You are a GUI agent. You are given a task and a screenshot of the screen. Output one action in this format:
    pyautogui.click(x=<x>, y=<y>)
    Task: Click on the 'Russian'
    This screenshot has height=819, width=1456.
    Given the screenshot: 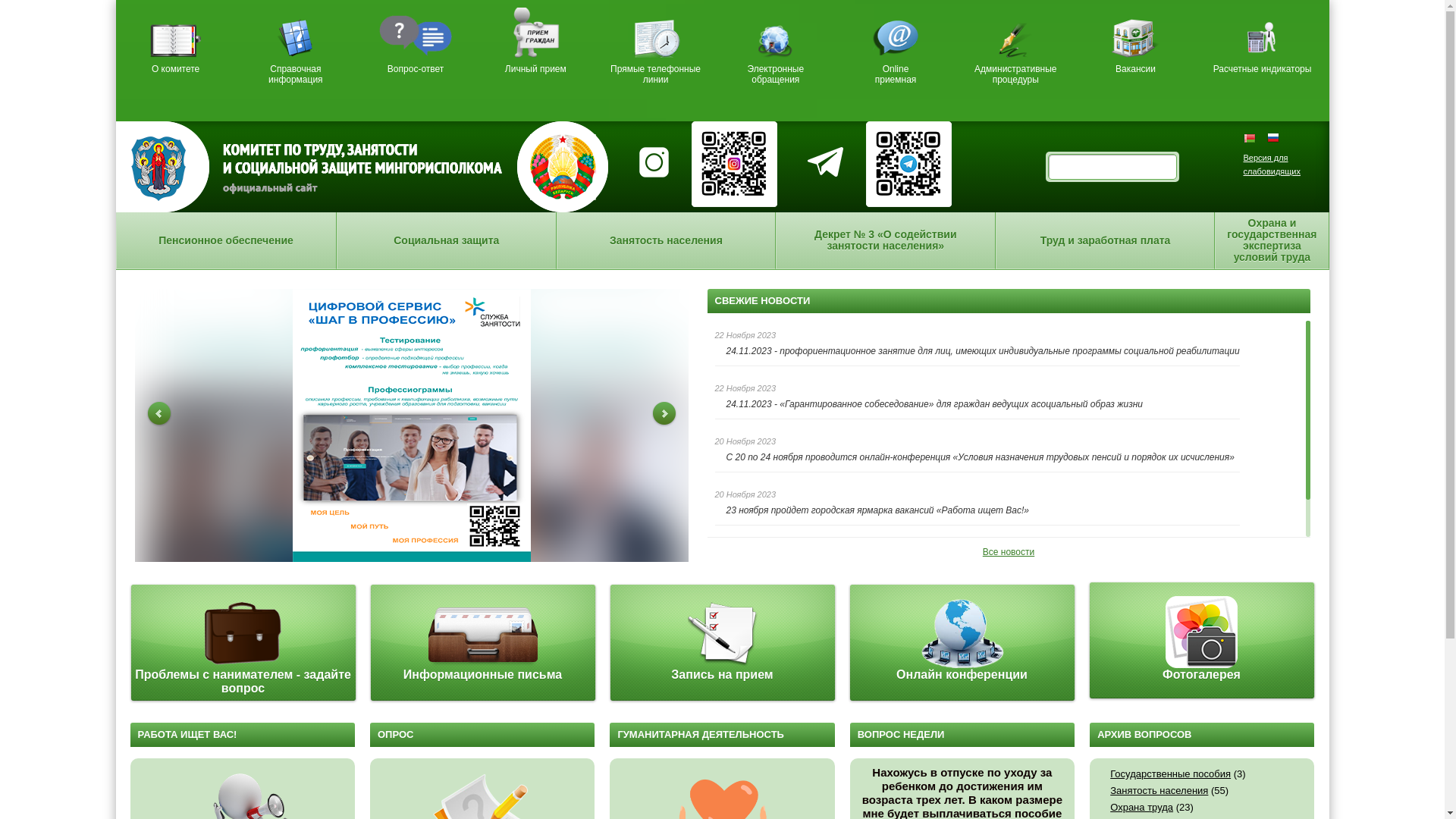 What is the action you would take?
    pyautogui.click(x=1266, y=137)
    